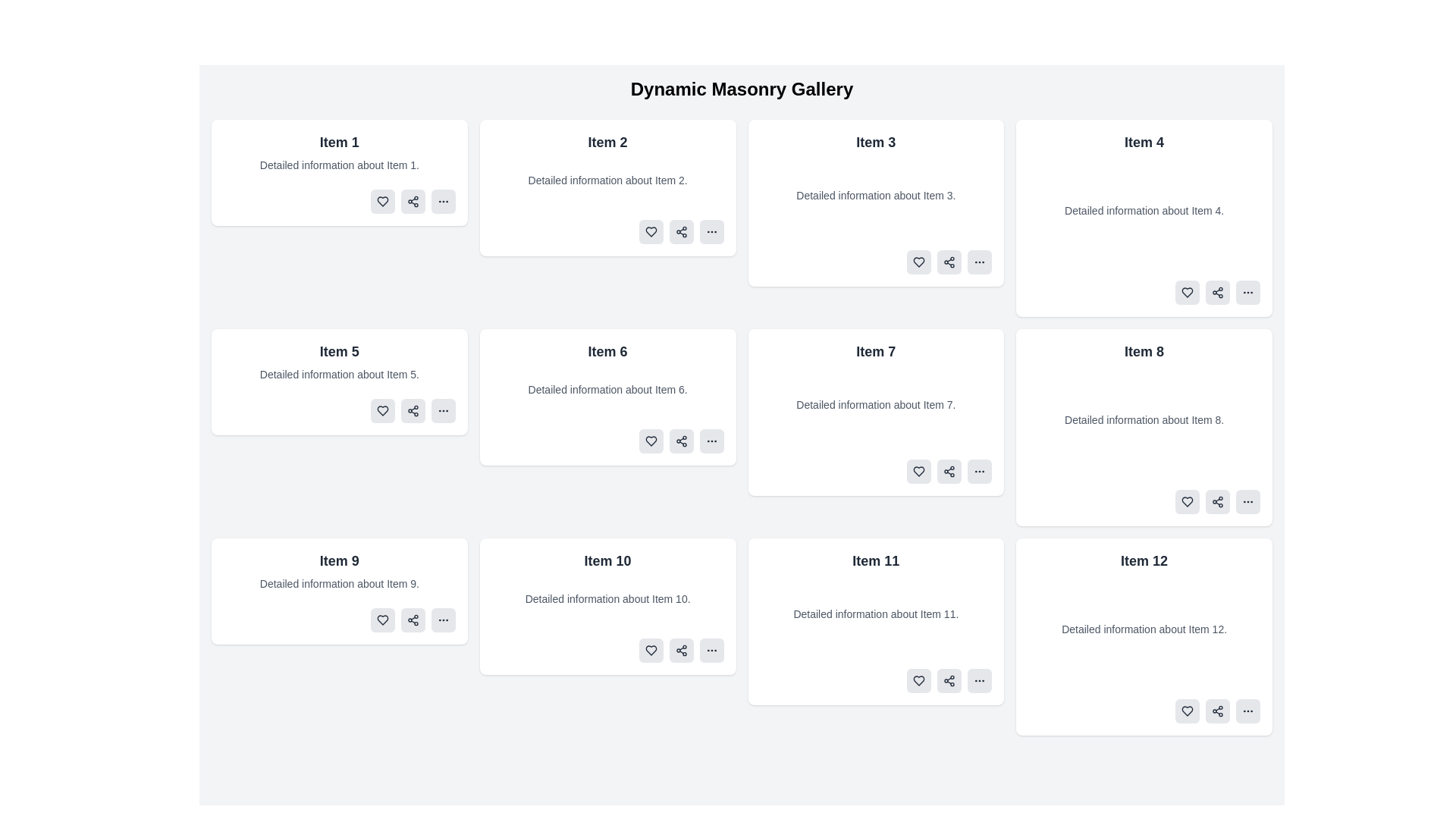 The image size is (1456, 819). I want to click on the heart-shaped icon on the bottom row of icons for 'Item 2' in the dynamic masonry gallery to mark the item as a favorite, so click(651, 231).